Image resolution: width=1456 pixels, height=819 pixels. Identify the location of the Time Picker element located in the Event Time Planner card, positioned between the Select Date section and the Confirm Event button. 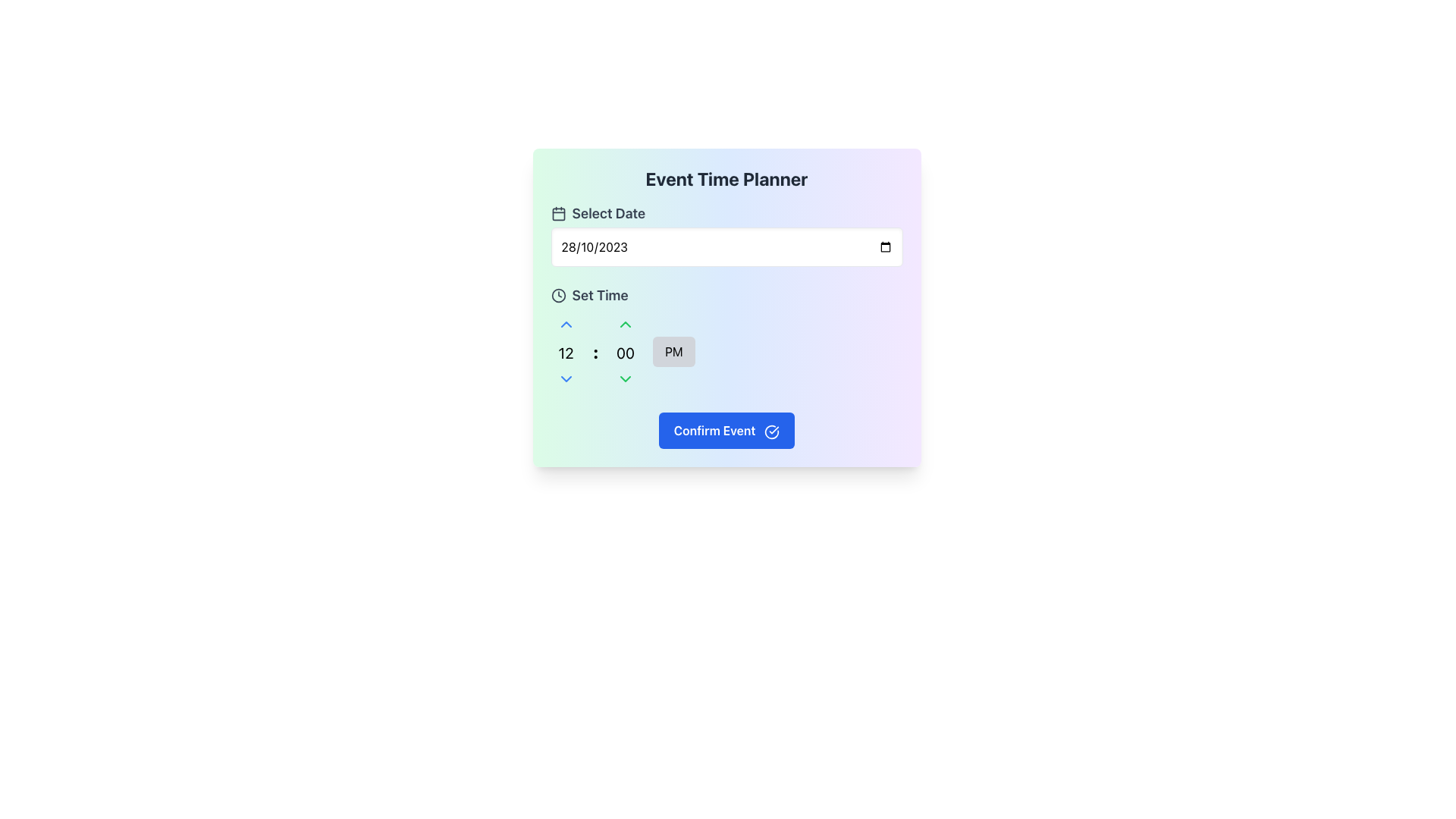
(726, 338).